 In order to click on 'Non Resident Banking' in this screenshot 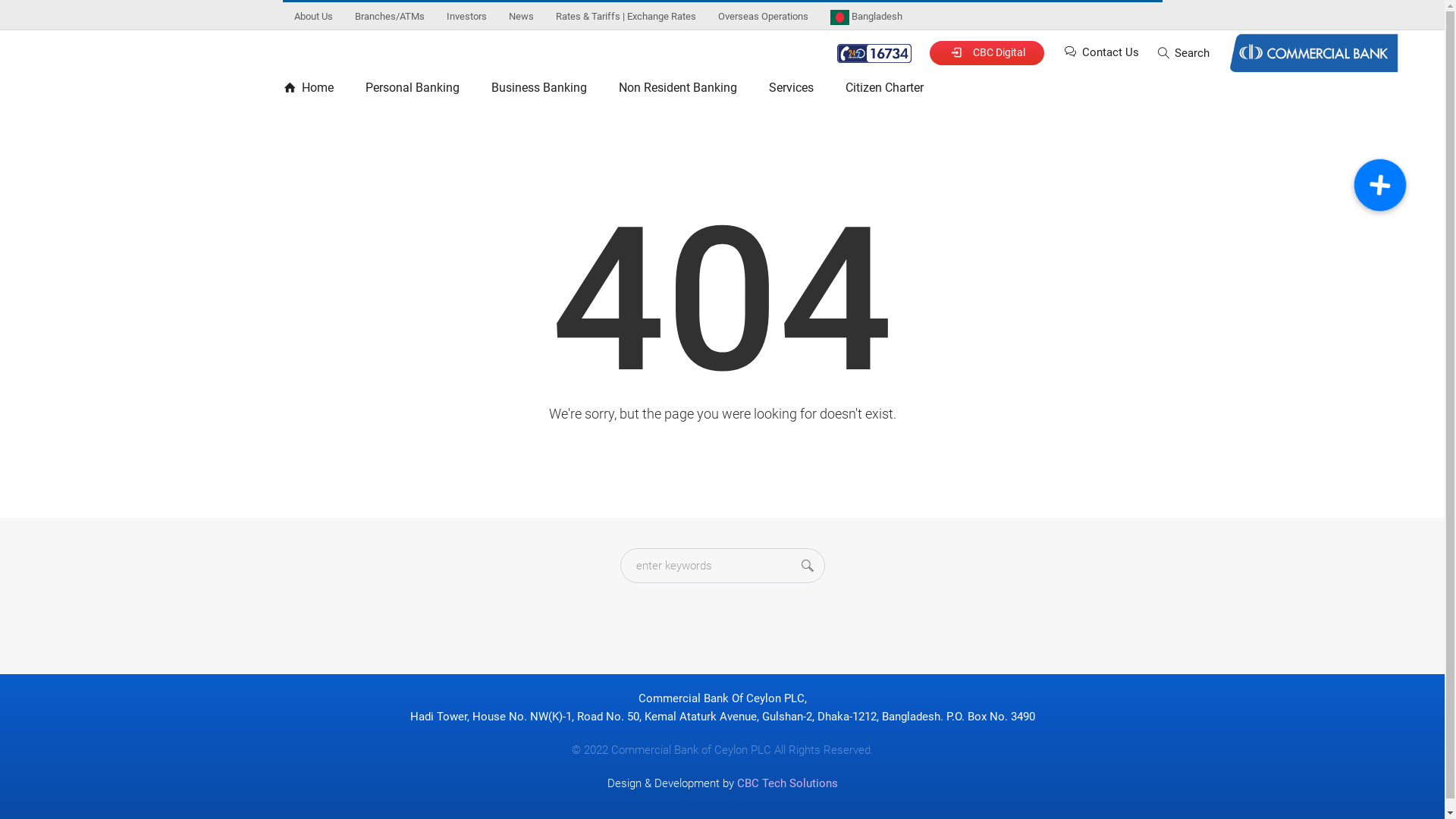, I will do `click(676, 90)`.